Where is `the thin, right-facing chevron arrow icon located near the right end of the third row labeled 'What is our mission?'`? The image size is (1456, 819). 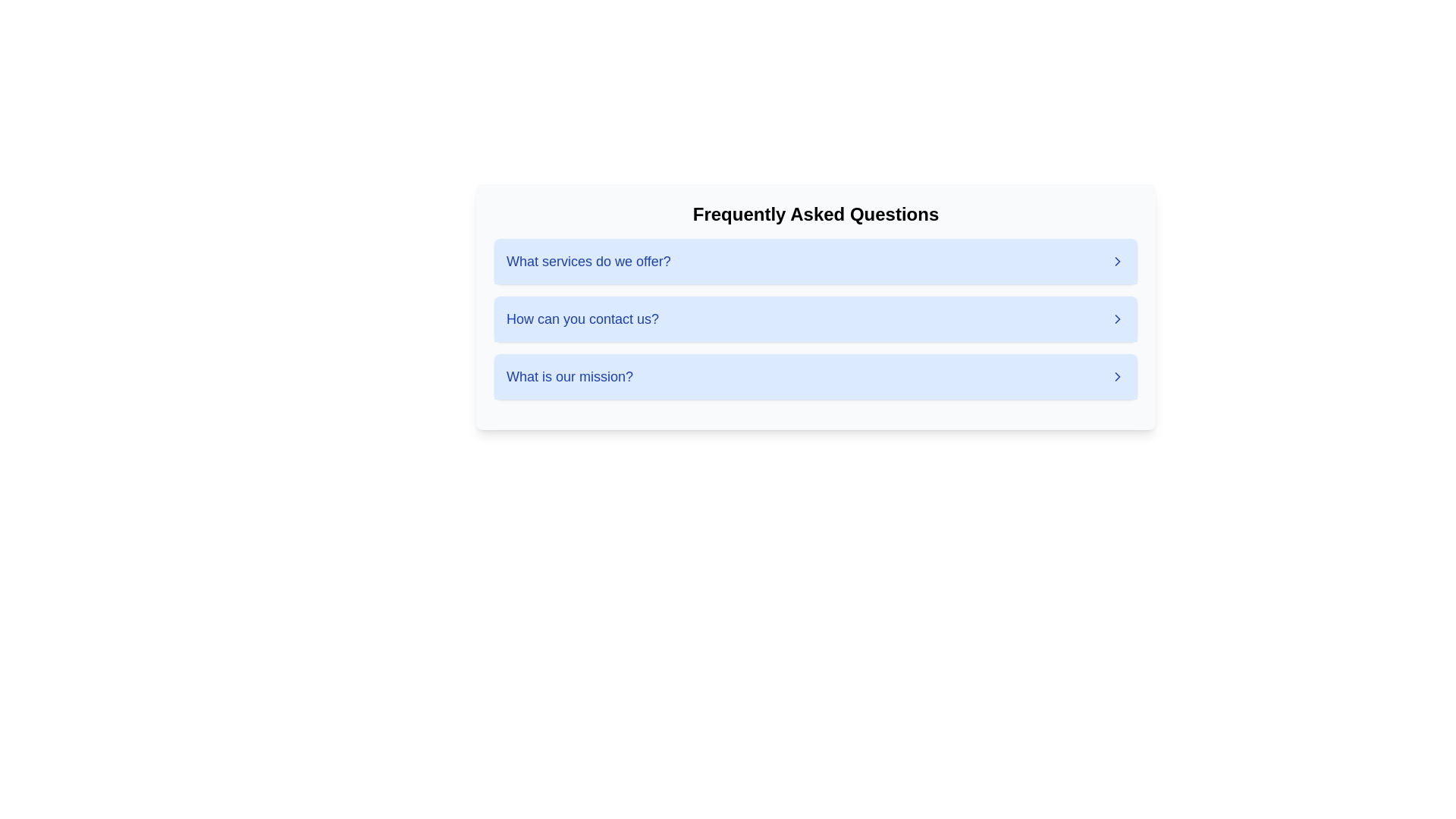
the thin, right-facing chevron arrow icon located near the right end of the third row labeled 'What is our mission?' is located at coordinates (1117, 376).